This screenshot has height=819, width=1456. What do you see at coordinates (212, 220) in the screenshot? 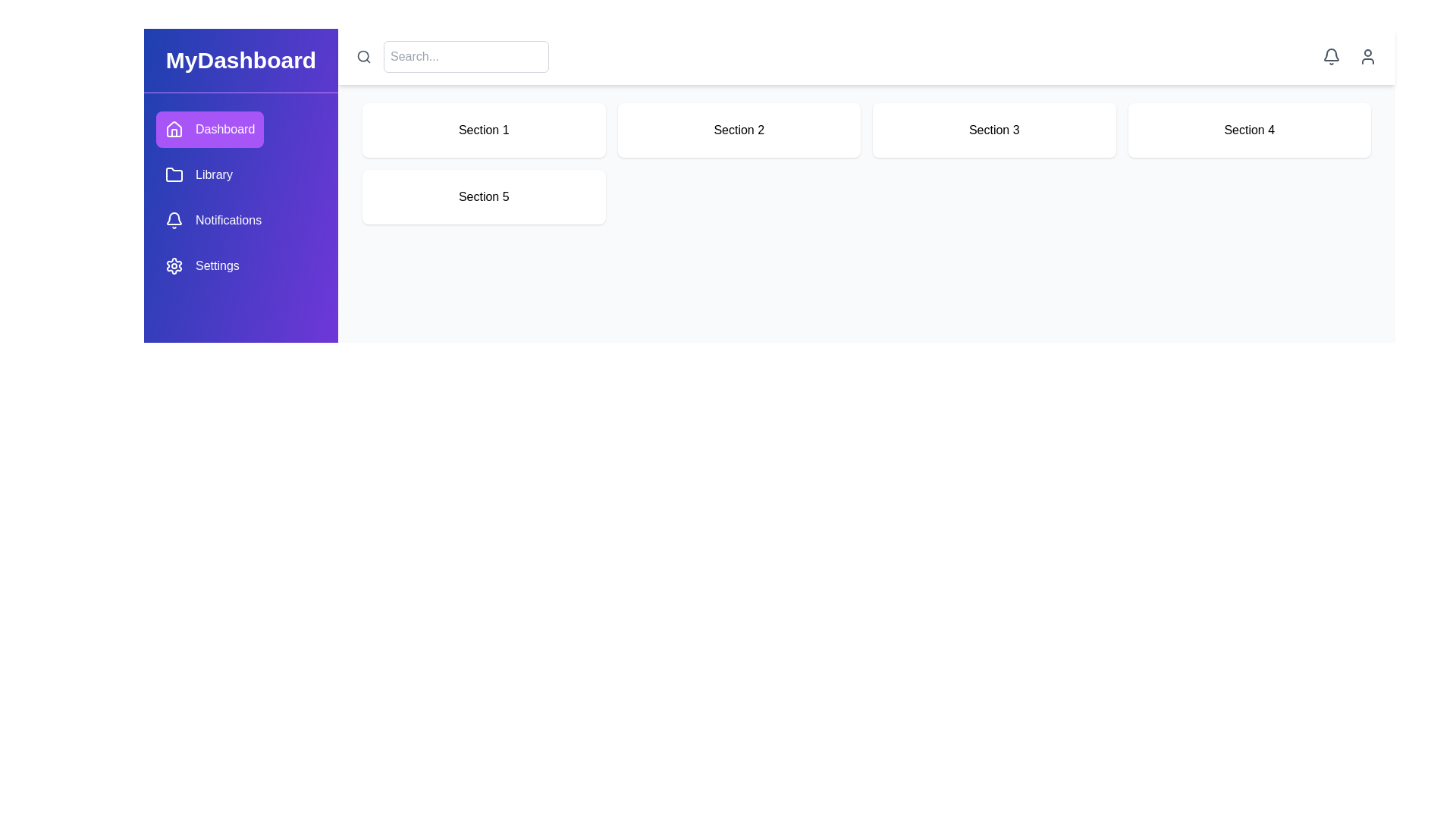
I see `the notifications button located in the vertical sidebar menu, which is the third item below 'Dashboard' and 'Library'` at bounding box center [212, 220].